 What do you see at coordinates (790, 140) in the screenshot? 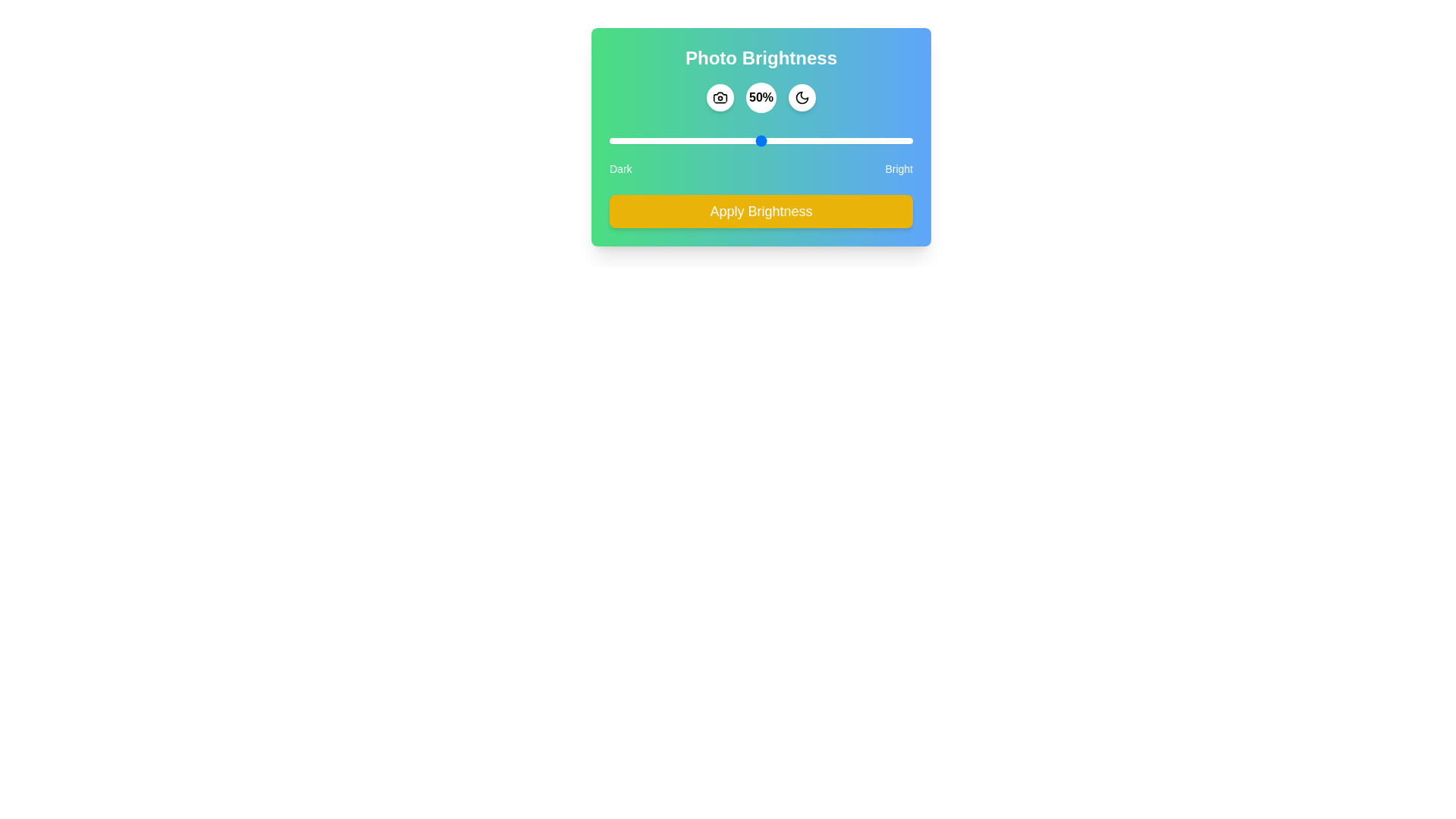
I see `the brightness slider to 60%` at bounding box center [790, 140].